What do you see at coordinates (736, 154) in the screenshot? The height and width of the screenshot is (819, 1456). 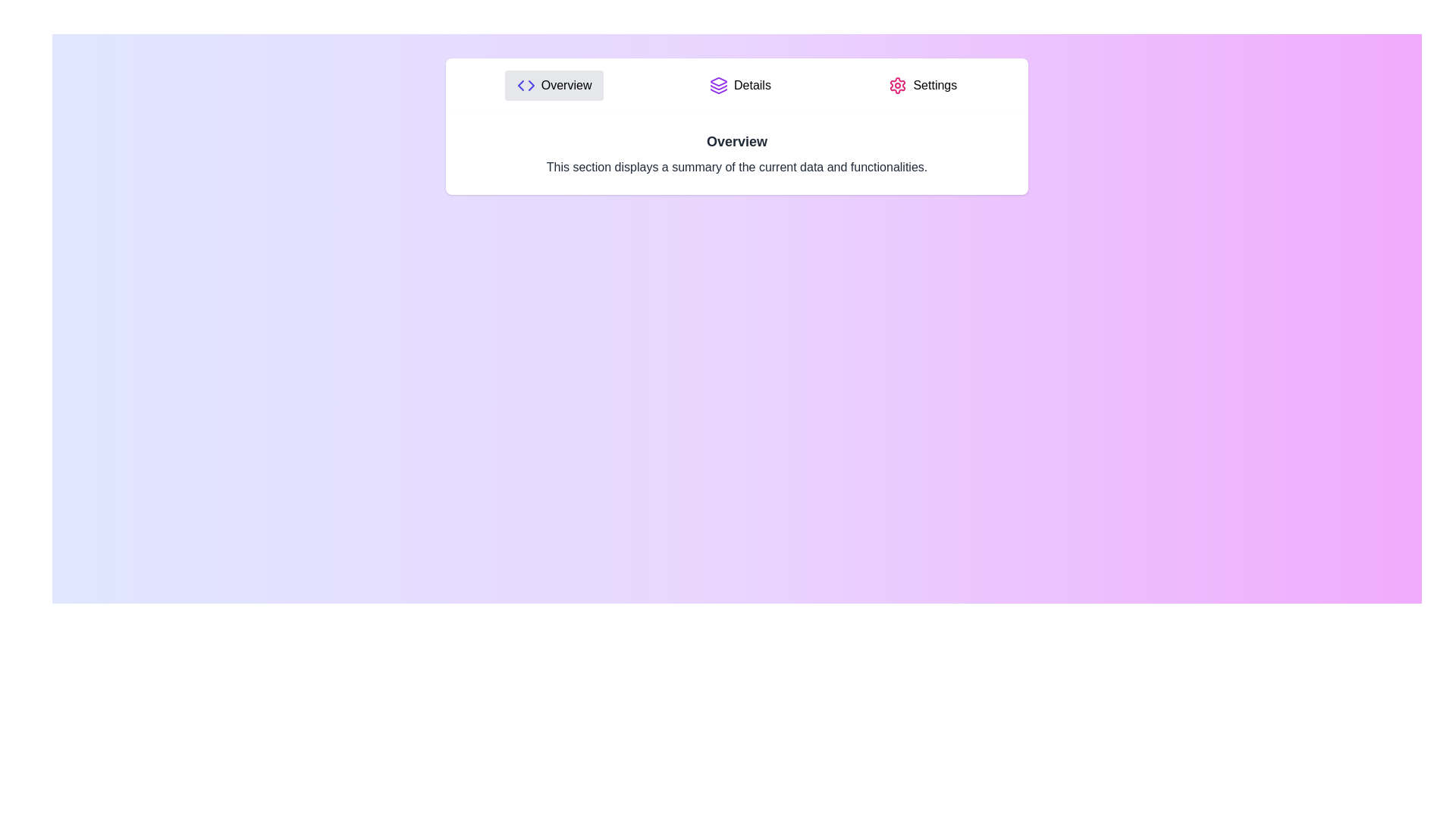 I see `text block containing the bolded title 'Overview' and its description, which is centrally located below the navigation bar in the main content area of the white card section` at bounding box center [736, 154].